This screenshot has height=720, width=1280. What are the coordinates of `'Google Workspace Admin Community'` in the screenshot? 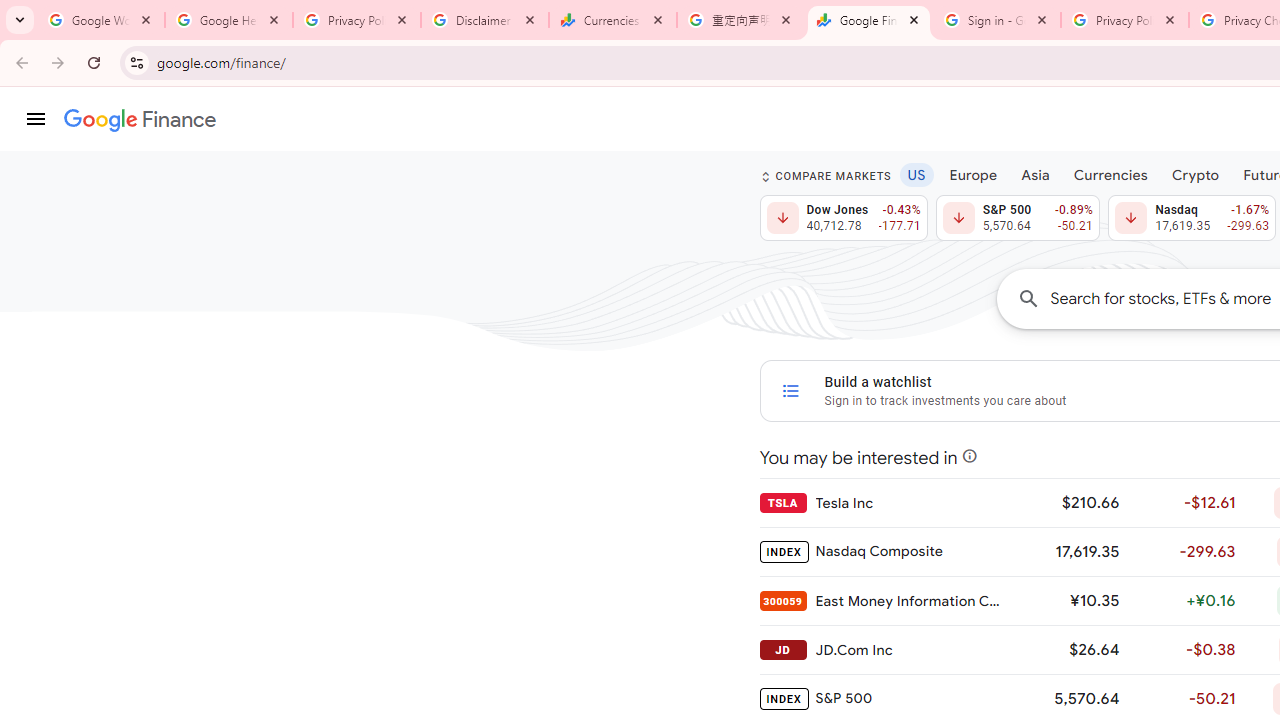 It's located at (100, 20).